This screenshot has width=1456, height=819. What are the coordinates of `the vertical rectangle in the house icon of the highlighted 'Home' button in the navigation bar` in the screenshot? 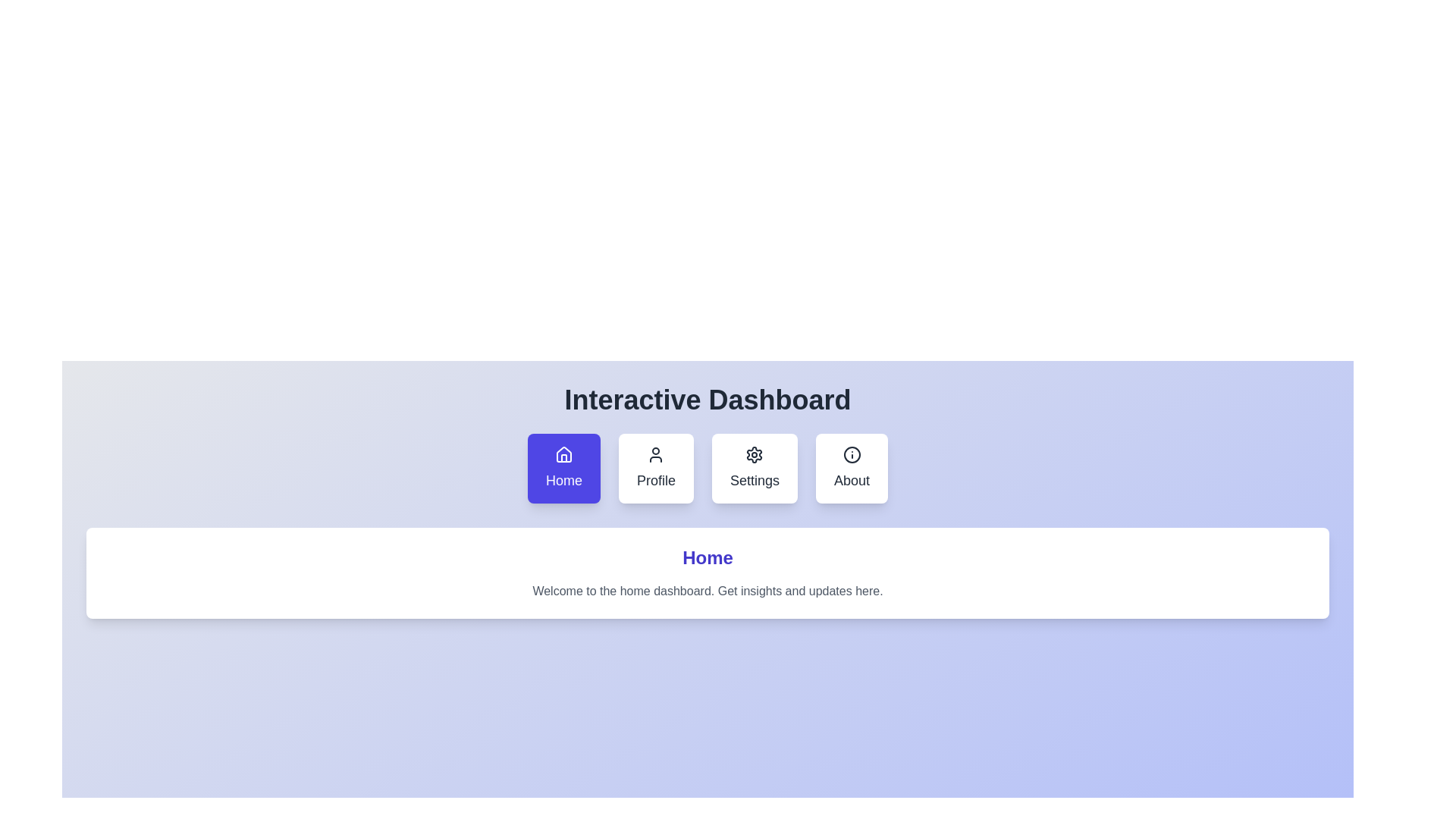 It's located at (563, 457).